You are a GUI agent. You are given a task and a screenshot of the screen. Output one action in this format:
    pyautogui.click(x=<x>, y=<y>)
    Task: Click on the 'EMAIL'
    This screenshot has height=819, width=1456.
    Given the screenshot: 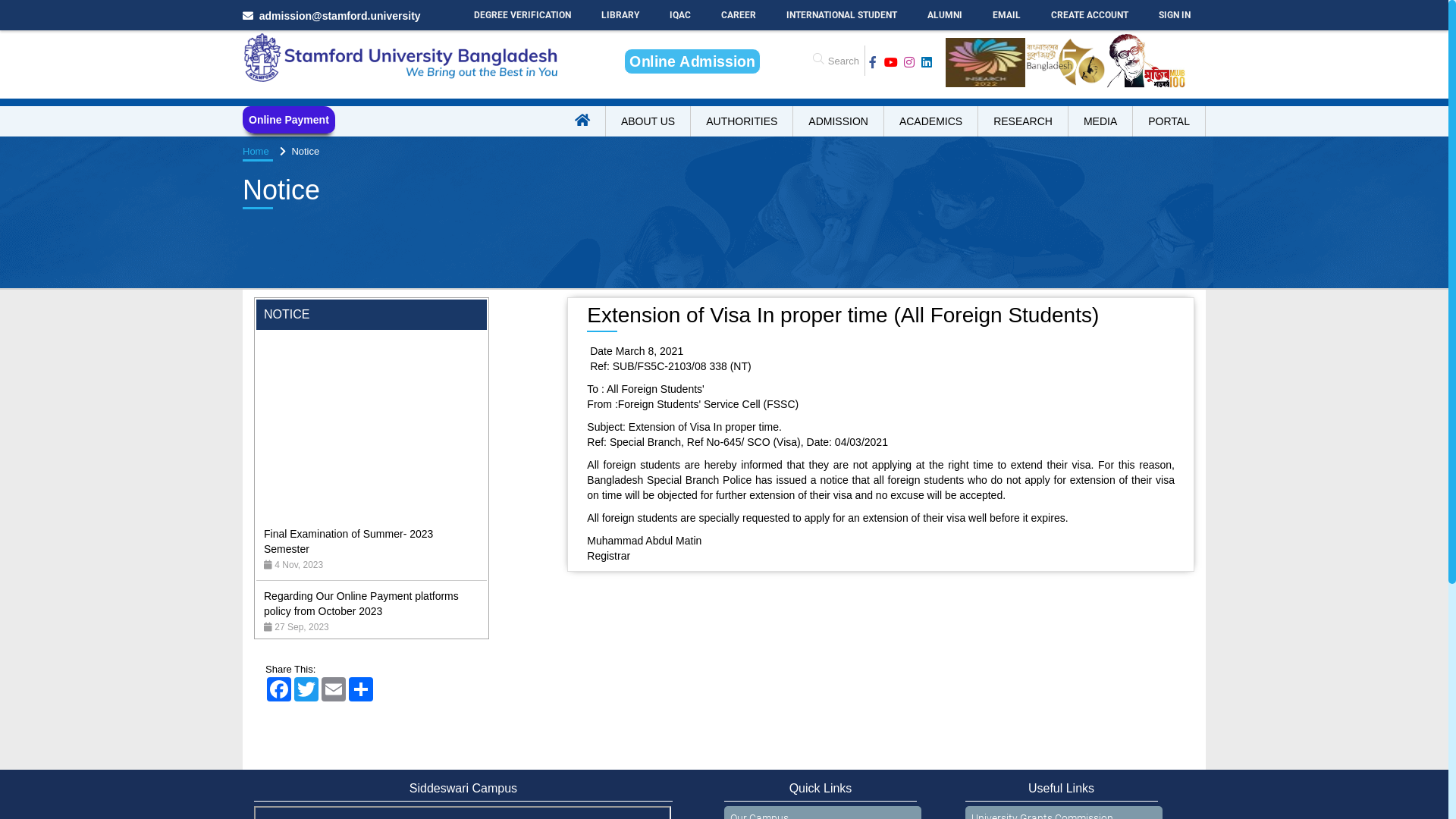 What is the action you would take?
    pyautogui.click(x=1006, y=14)
    